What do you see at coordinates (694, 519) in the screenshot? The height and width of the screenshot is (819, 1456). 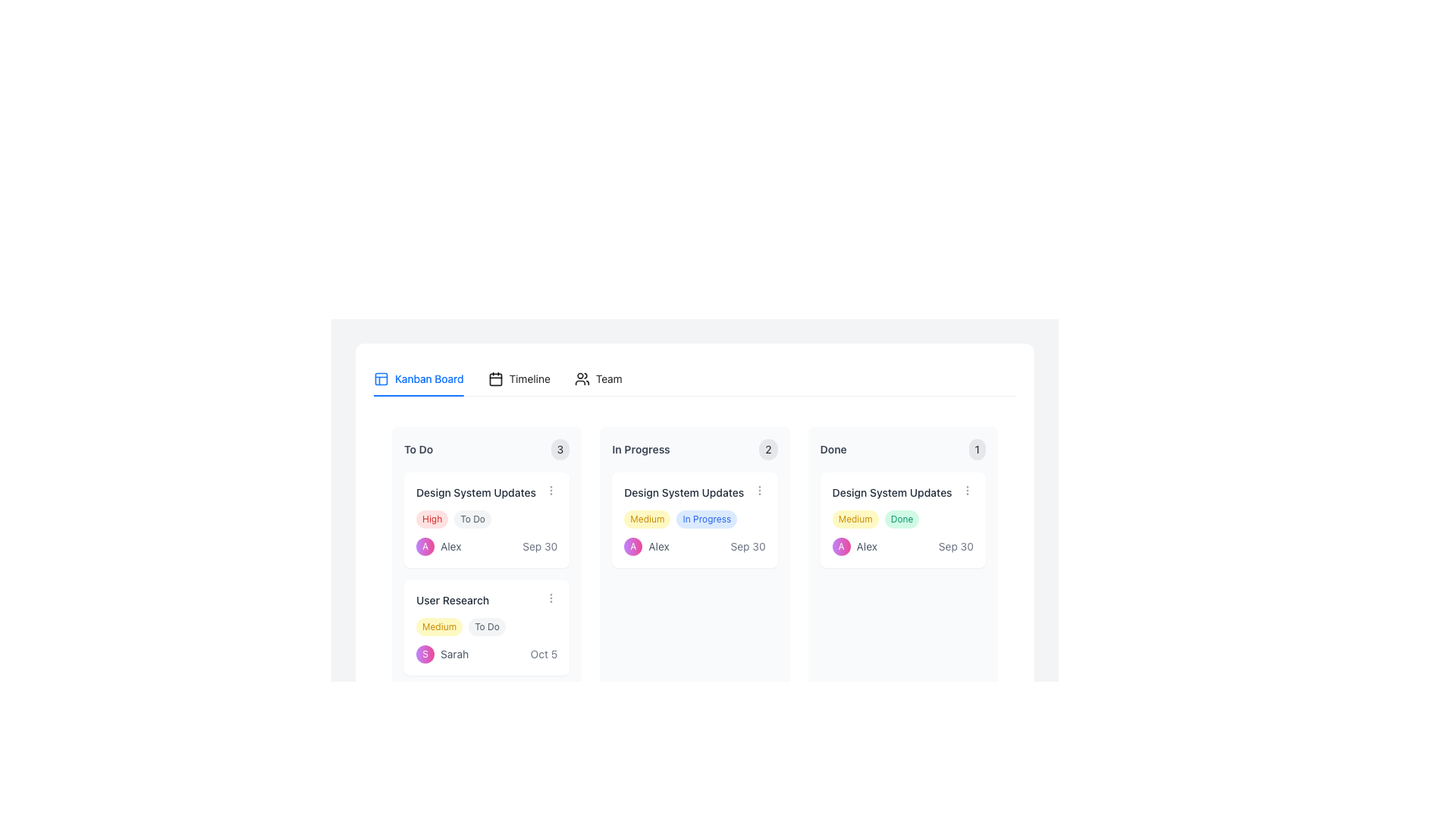 I see `the Label Group displaying the priority and current status of the task 'Design System Updates'` at bounding box center [694, 519].